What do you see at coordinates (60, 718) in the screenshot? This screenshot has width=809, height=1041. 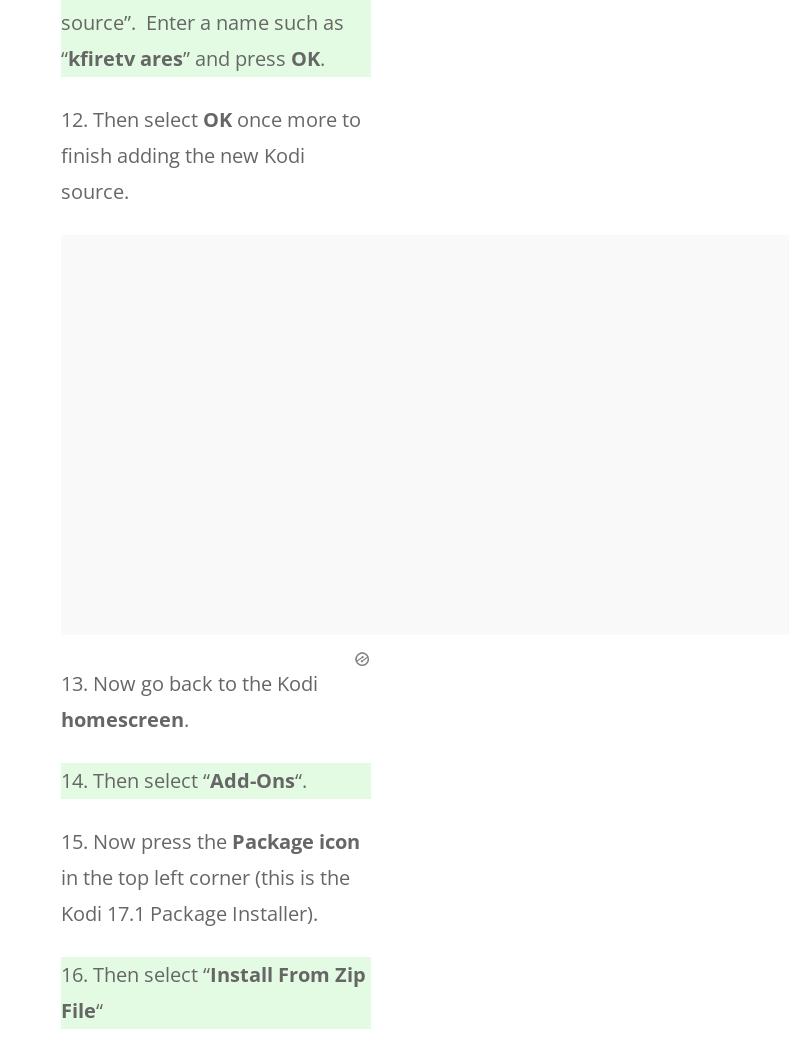 I see `'homescreen'` at bounding box center [60, 718].